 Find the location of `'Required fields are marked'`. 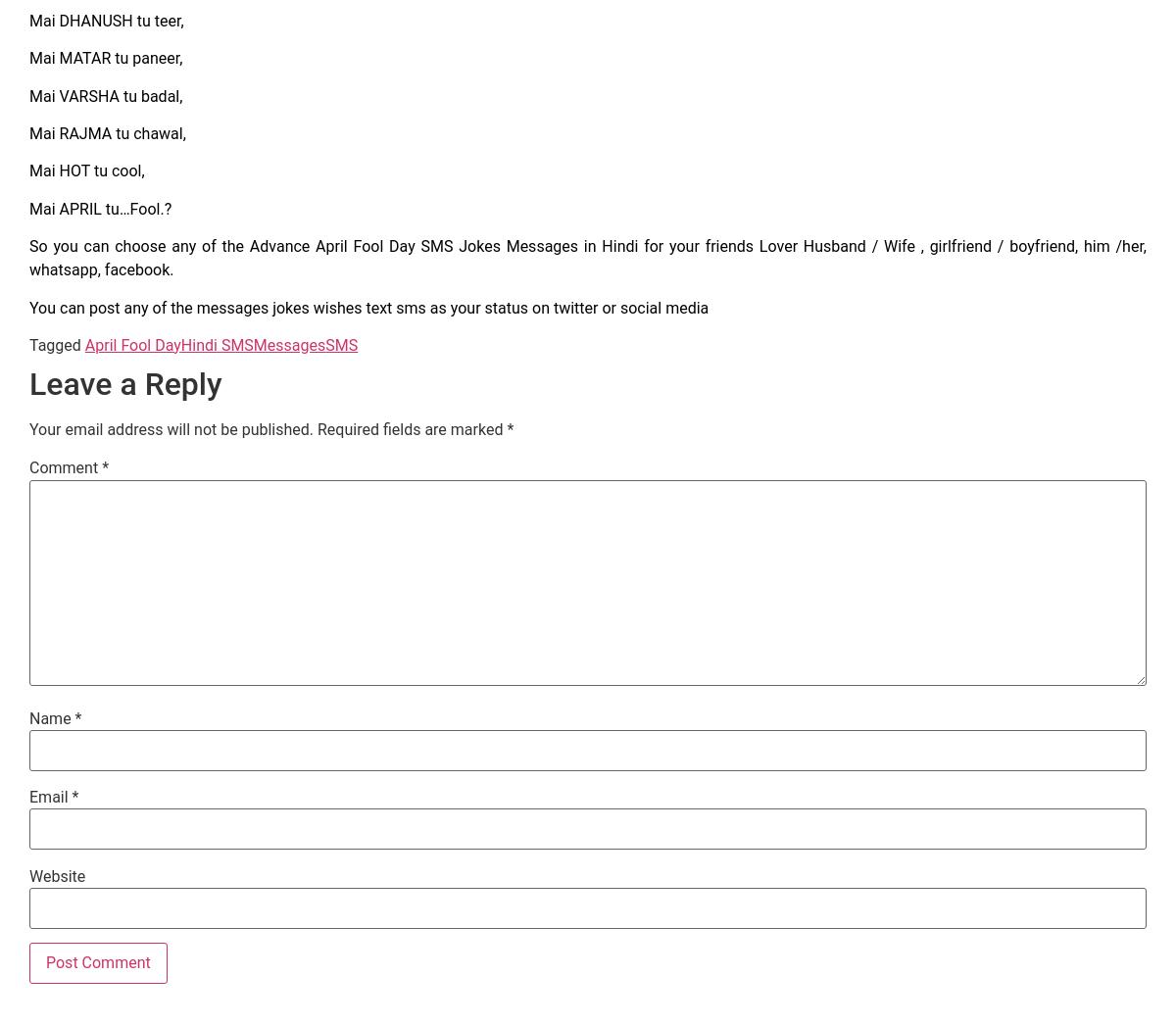

'Required fields are marked' is located at coordinates (412, 428).